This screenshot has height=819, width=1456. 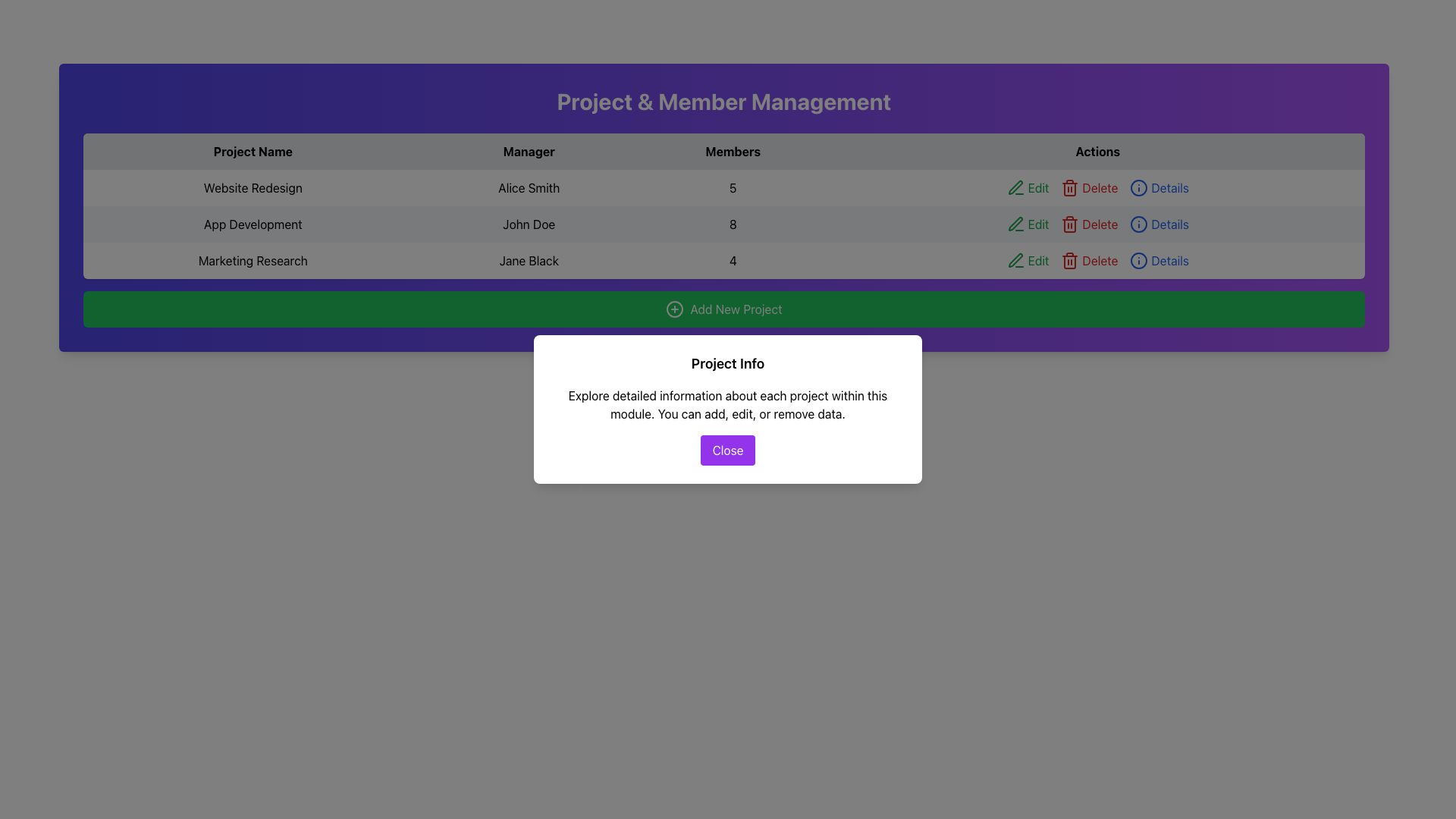 What do you see at coordinates (1159, 259) in the screenshot?
I see `the interactive text labeled 'Details' with an accompanying icon, which is the third clickable option under the 'Actions' column, located to the right of the 'Delete' option` at bounding box center [1159, 259].